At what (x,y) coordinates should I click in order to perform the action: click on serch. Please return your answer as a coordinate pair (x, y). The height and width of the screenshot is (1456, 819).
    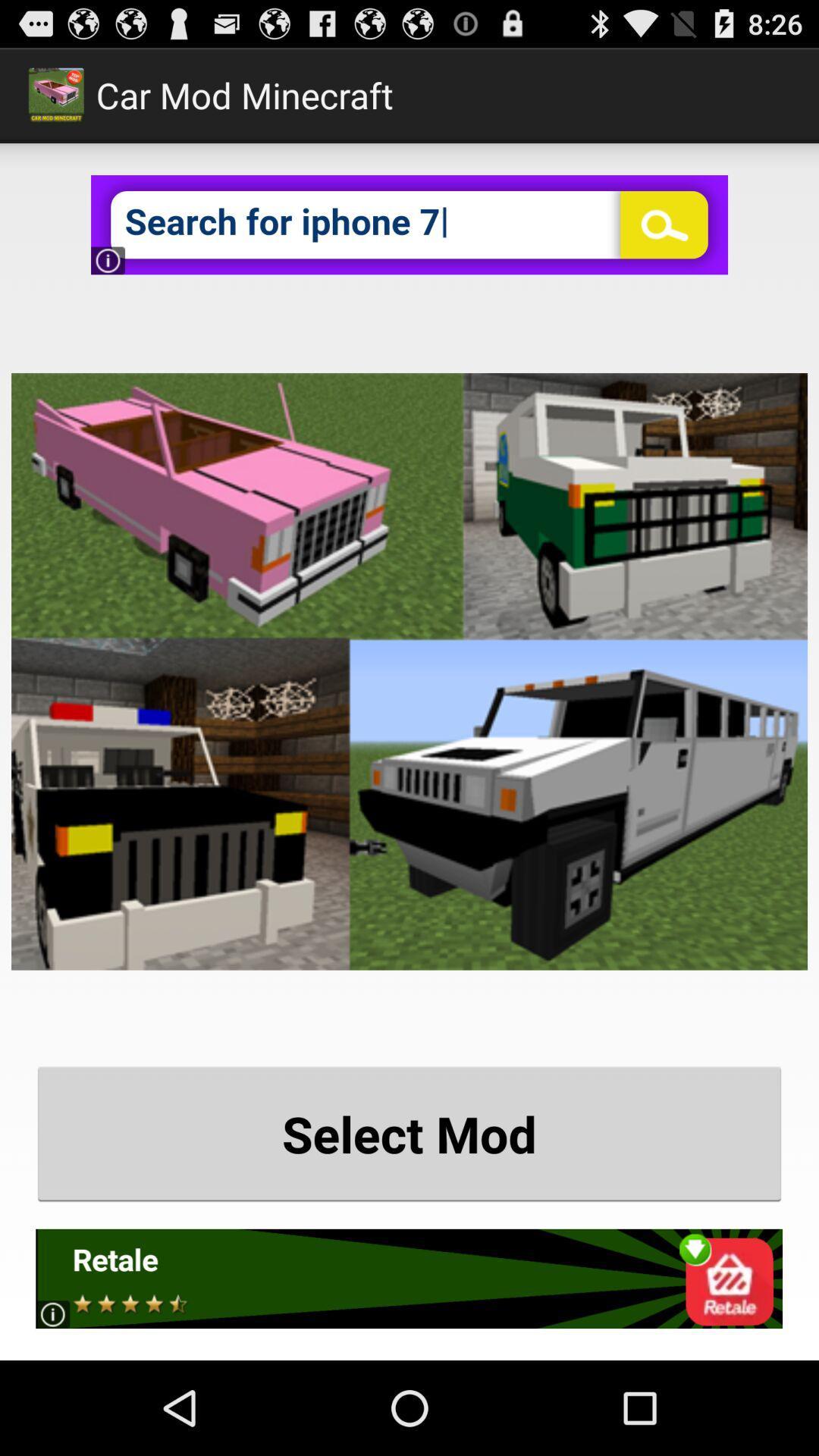
    Looking at the image, I should click on (409, 224).